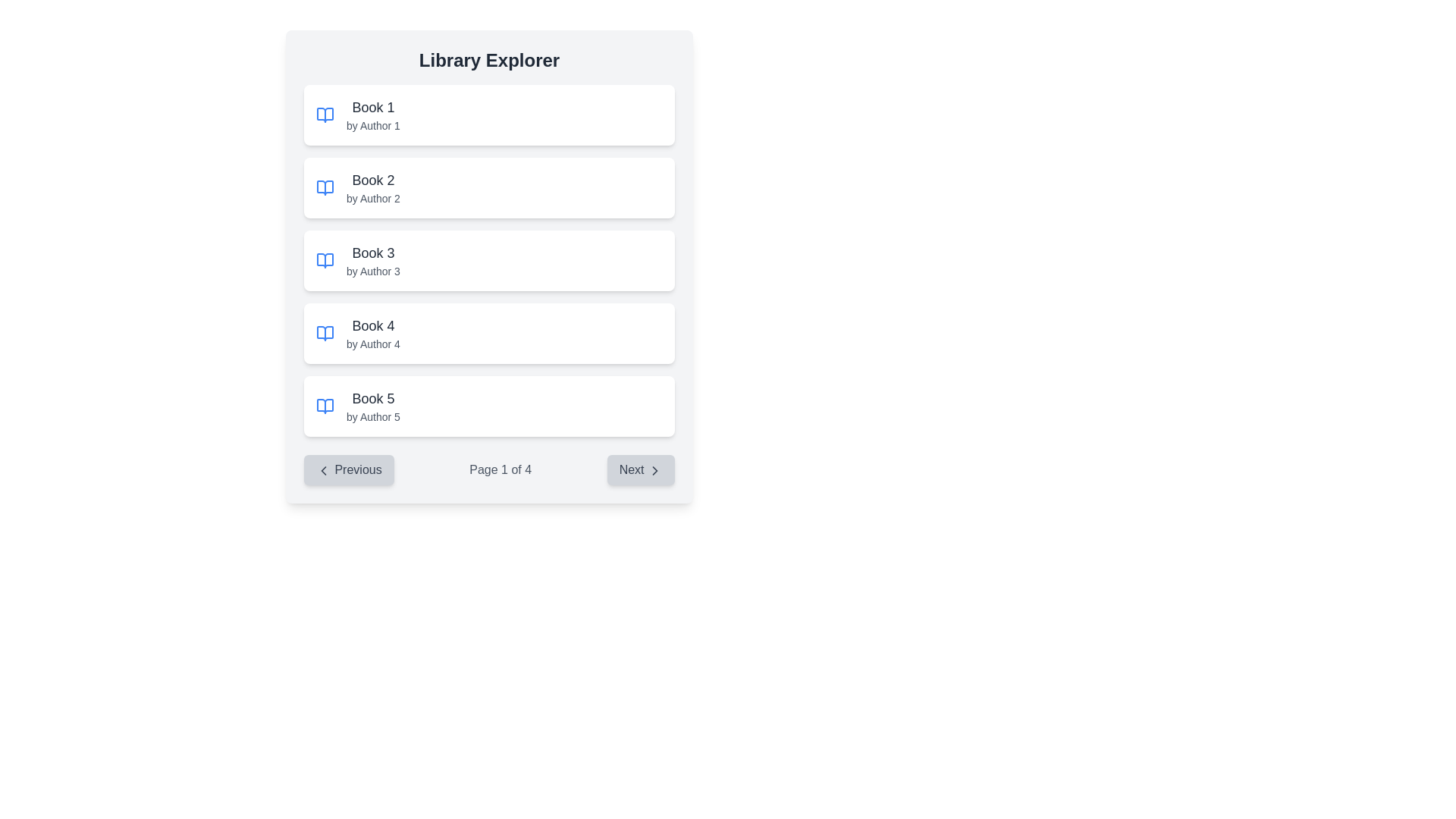 This screenshot has width=1456, height=819. Describe the element at coordinates (324, 332) in the screenshot. I see `the icon for 'Book 4 by Author 4', the left-most component in its group, to engage with adjacent visible elements` at that location.